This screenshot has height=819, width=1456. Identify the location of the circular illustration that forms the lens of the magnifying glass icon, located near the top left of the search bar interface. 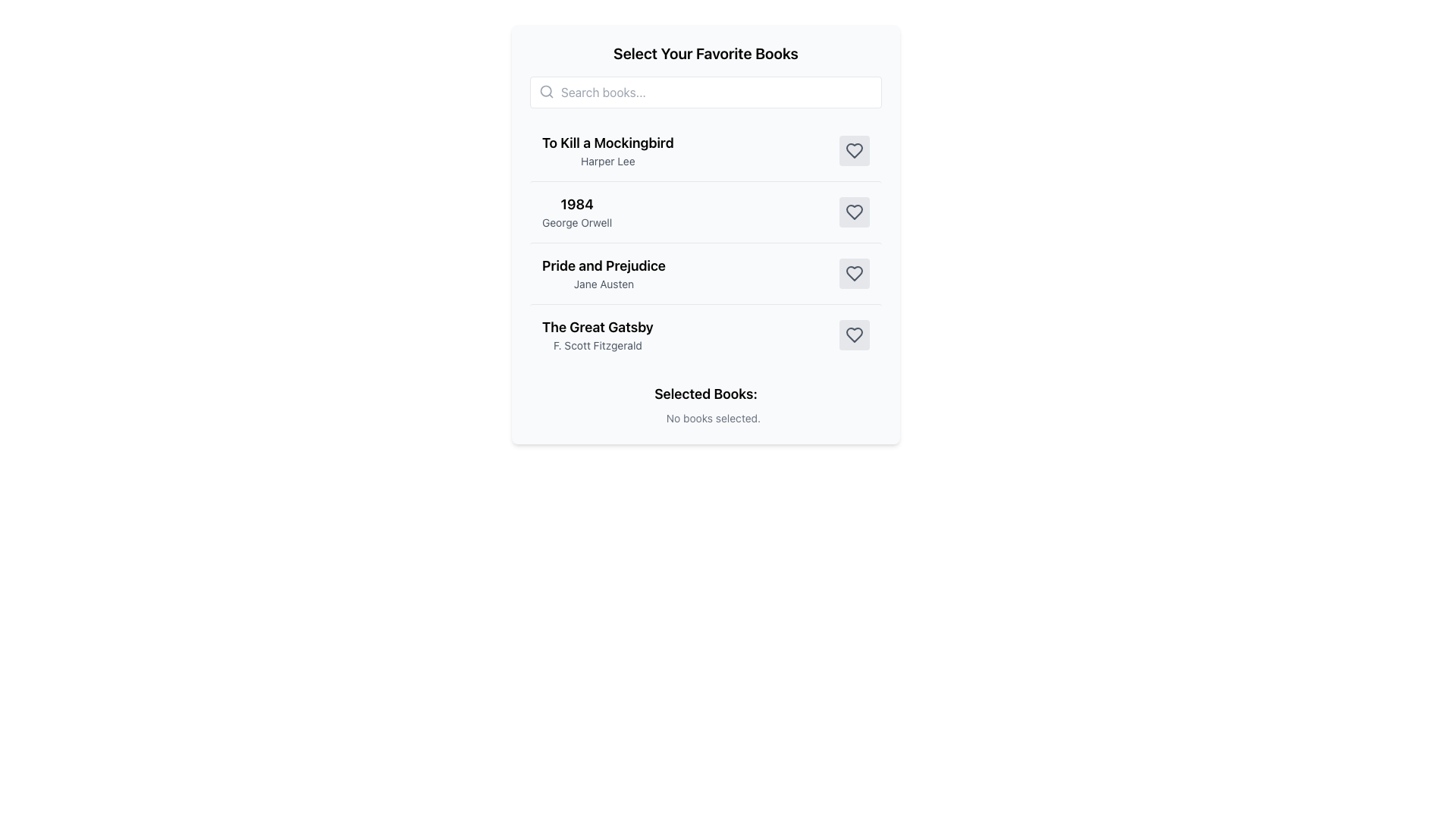
(546, 91).